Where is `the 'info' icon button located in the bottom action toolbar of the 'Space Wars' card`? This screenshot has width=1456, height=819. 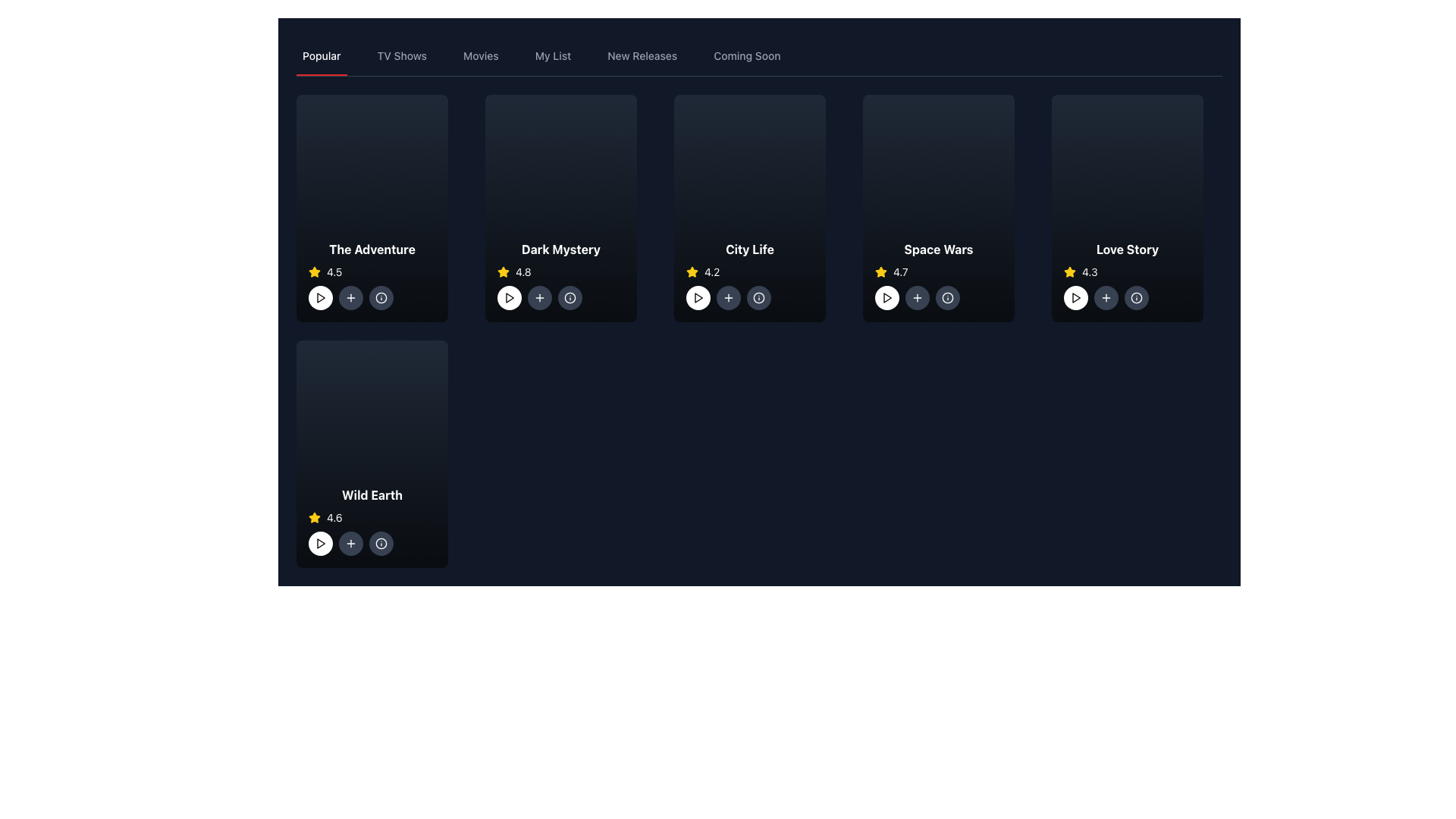 the 'info' icon button located in the bottom action toolbar of the 'Space Wars' card is located at coordinates (946, 298).